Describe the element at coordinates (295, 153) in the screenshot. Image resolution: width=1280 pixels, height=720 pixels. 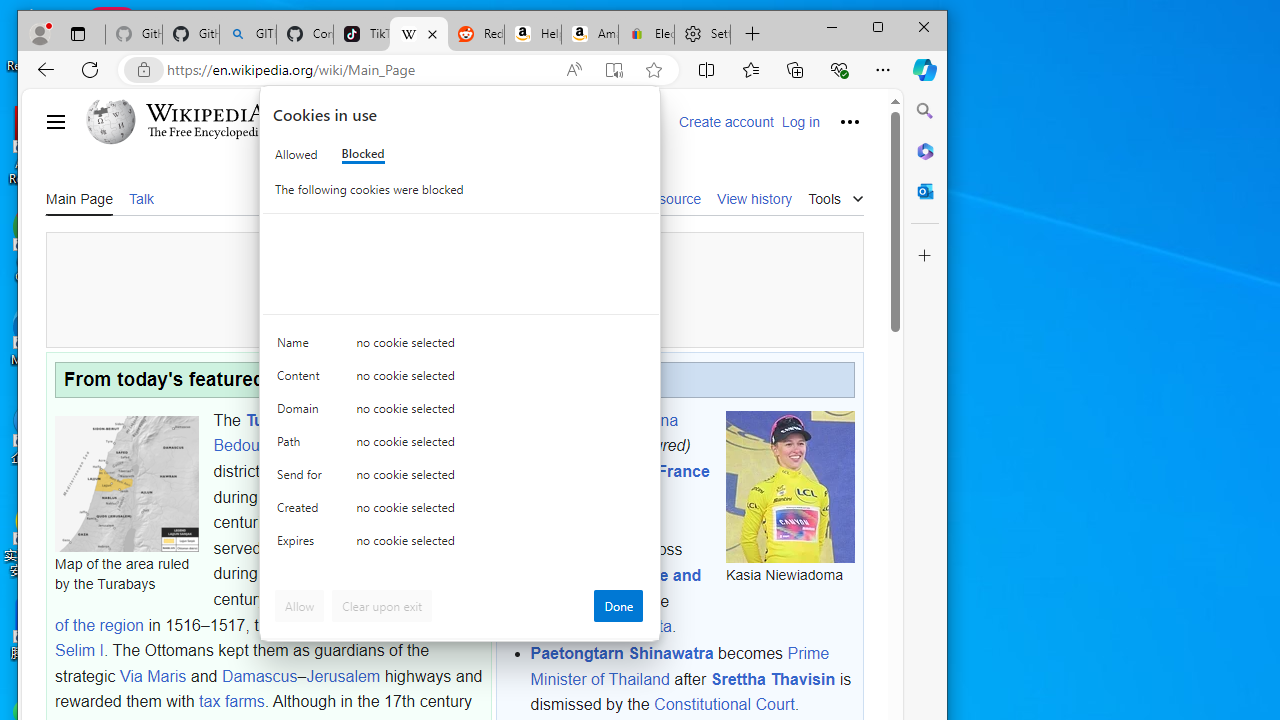
I see `'Allowed'` at that location.